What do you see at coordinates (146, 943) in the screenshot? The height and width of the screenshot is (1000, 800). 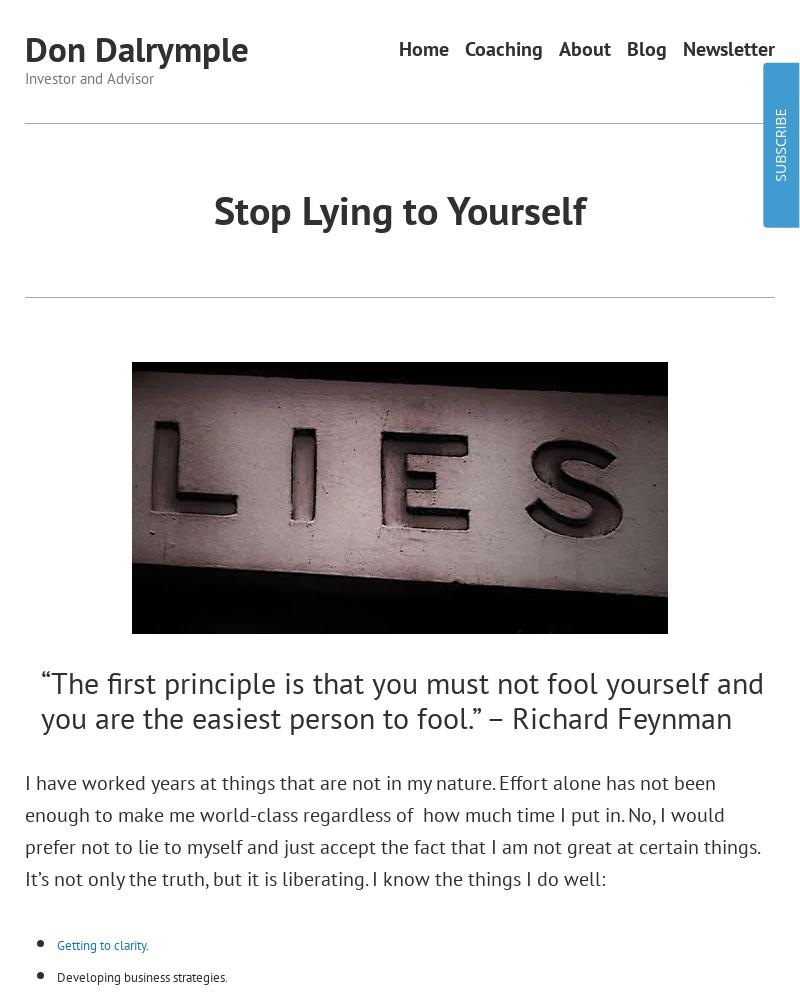 I see `'.'` at bounding box center [146, 943].